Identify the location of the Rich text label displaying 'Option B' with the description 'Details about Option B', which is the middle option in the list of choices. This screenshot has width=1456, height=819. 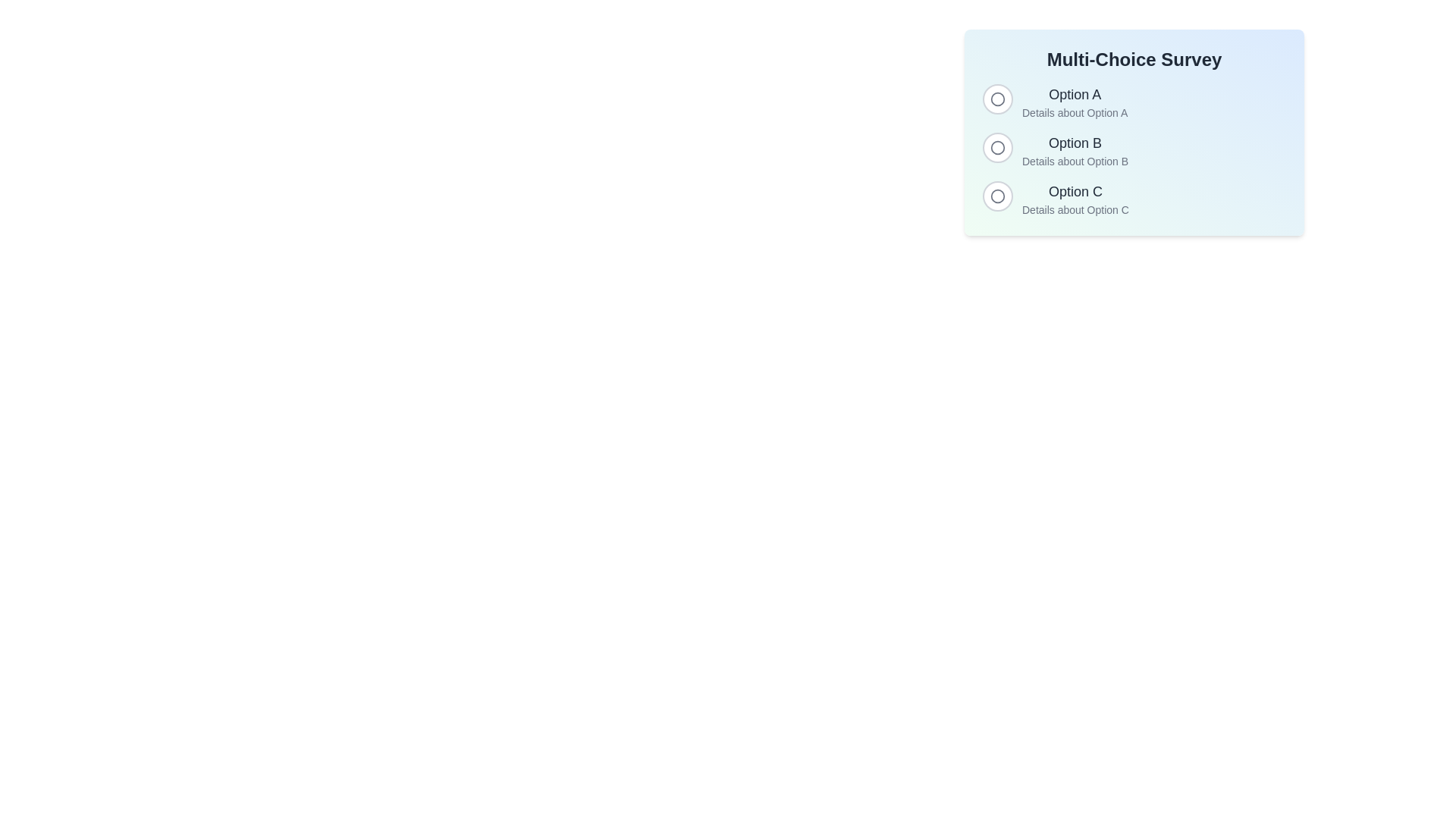
(1075, 151).